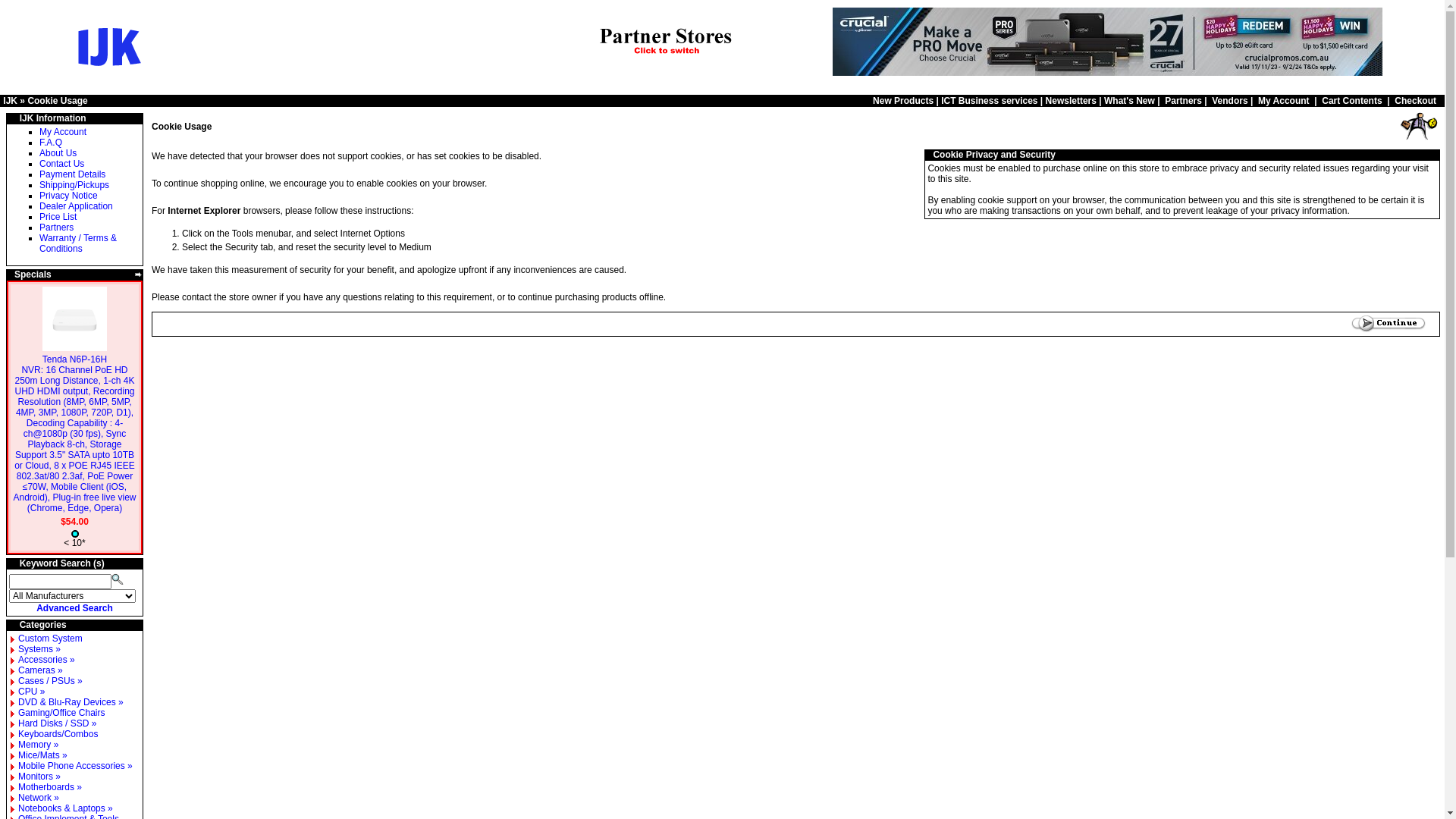  What do you see at coordinates (71, 174) in the screenshot?
I see `'Payment Details'` at bounding box center [71, 174].